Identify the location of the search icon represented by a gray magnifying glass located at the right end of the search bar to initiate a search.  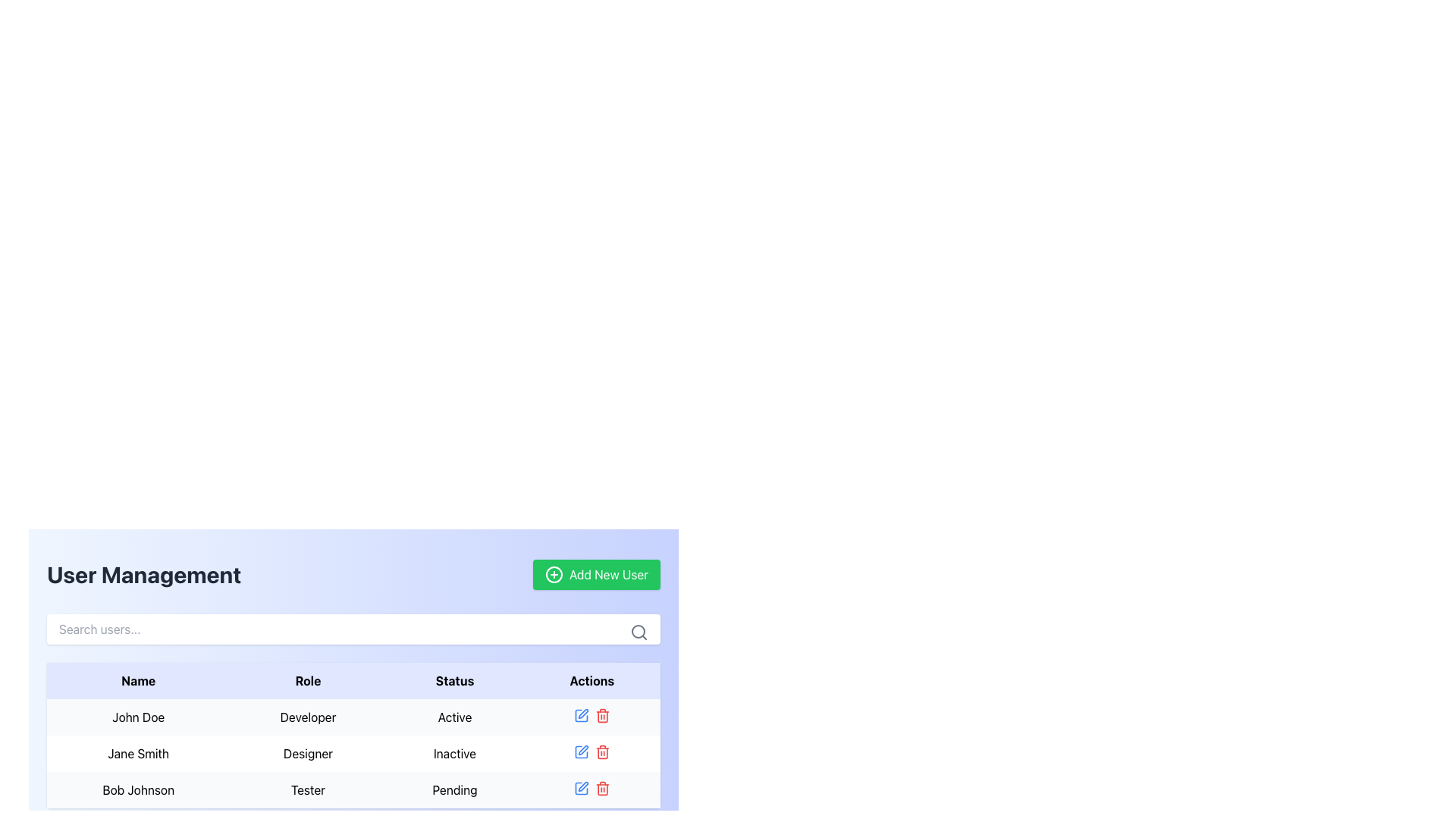
(639, 632).